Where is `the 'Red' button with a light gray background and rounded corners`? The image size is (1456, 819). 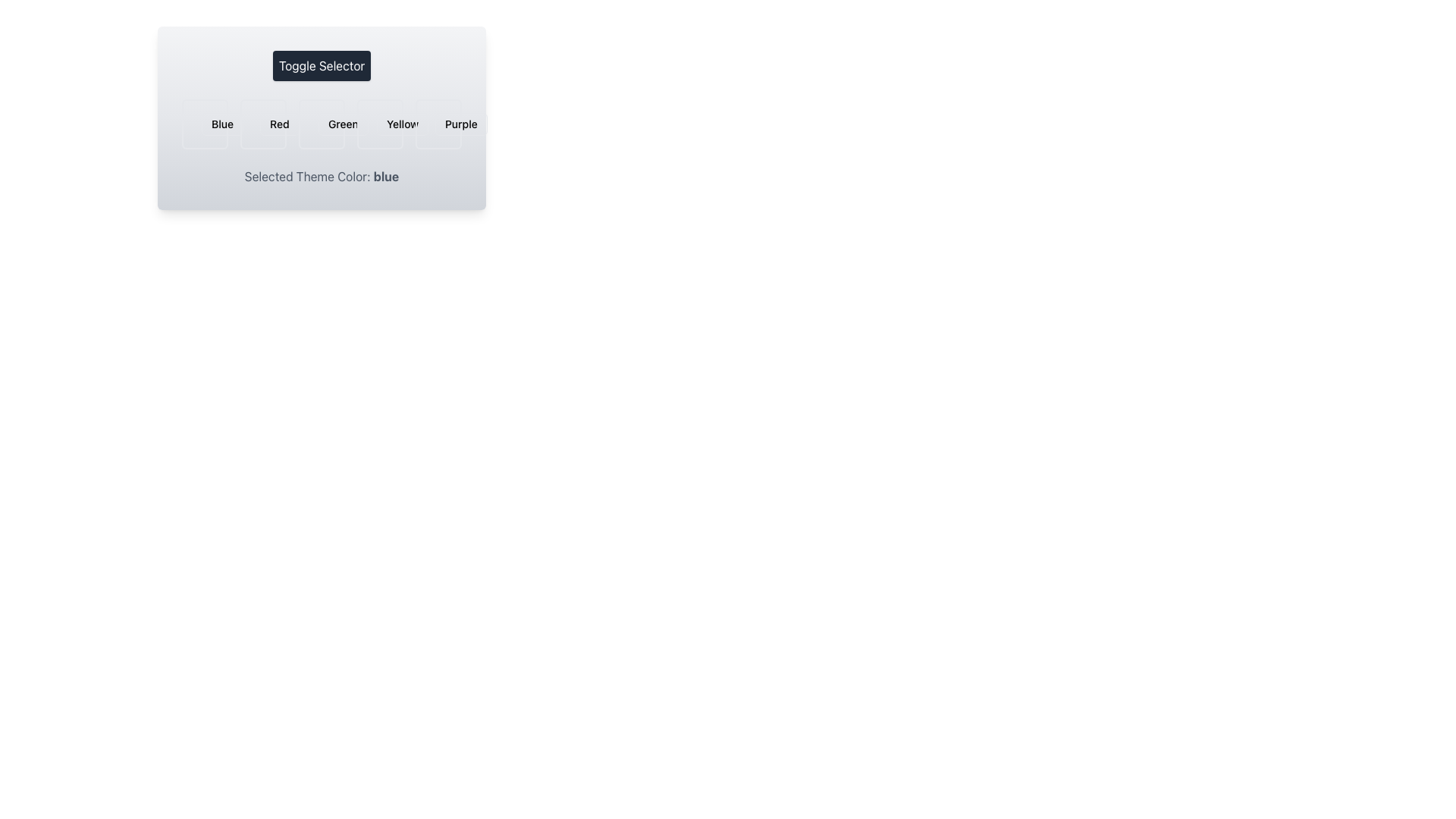
the 'Red' button with a light gray background and rounded corners is located at coordinates (279, 124).